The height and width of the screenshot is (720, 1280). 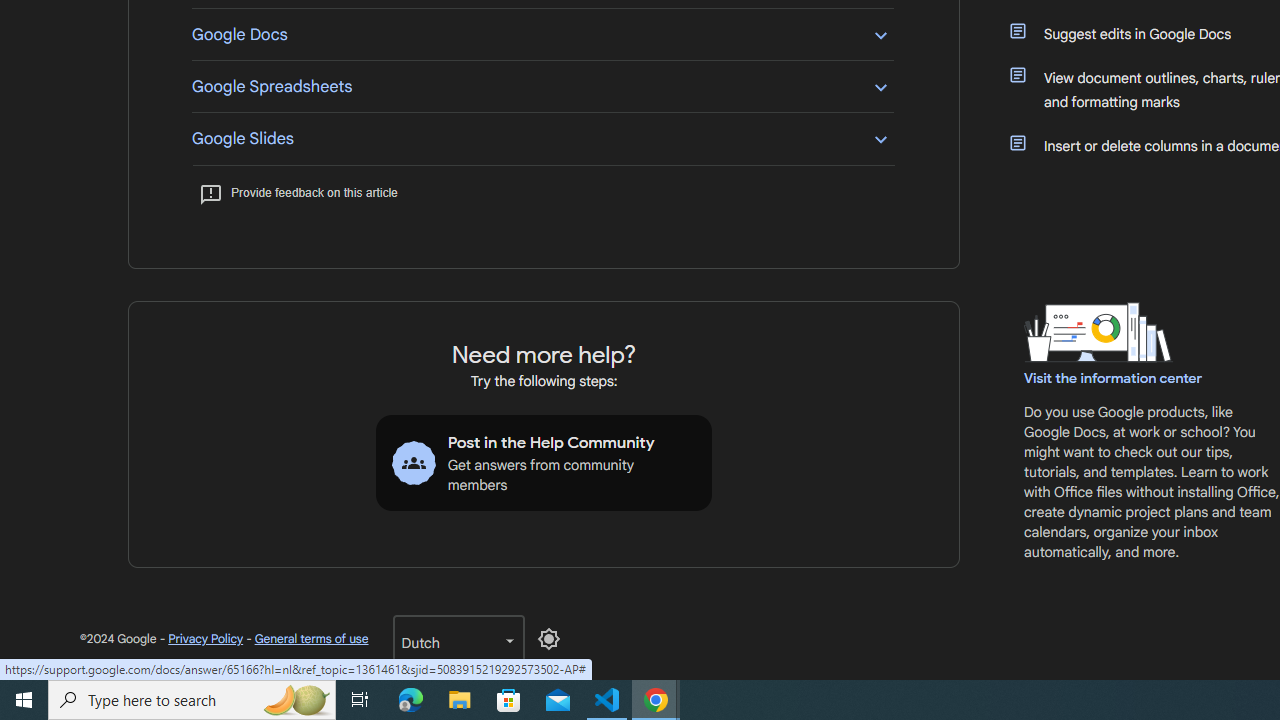 I want to click on 'Provide feedback on this article', so click(x=297, y=192).